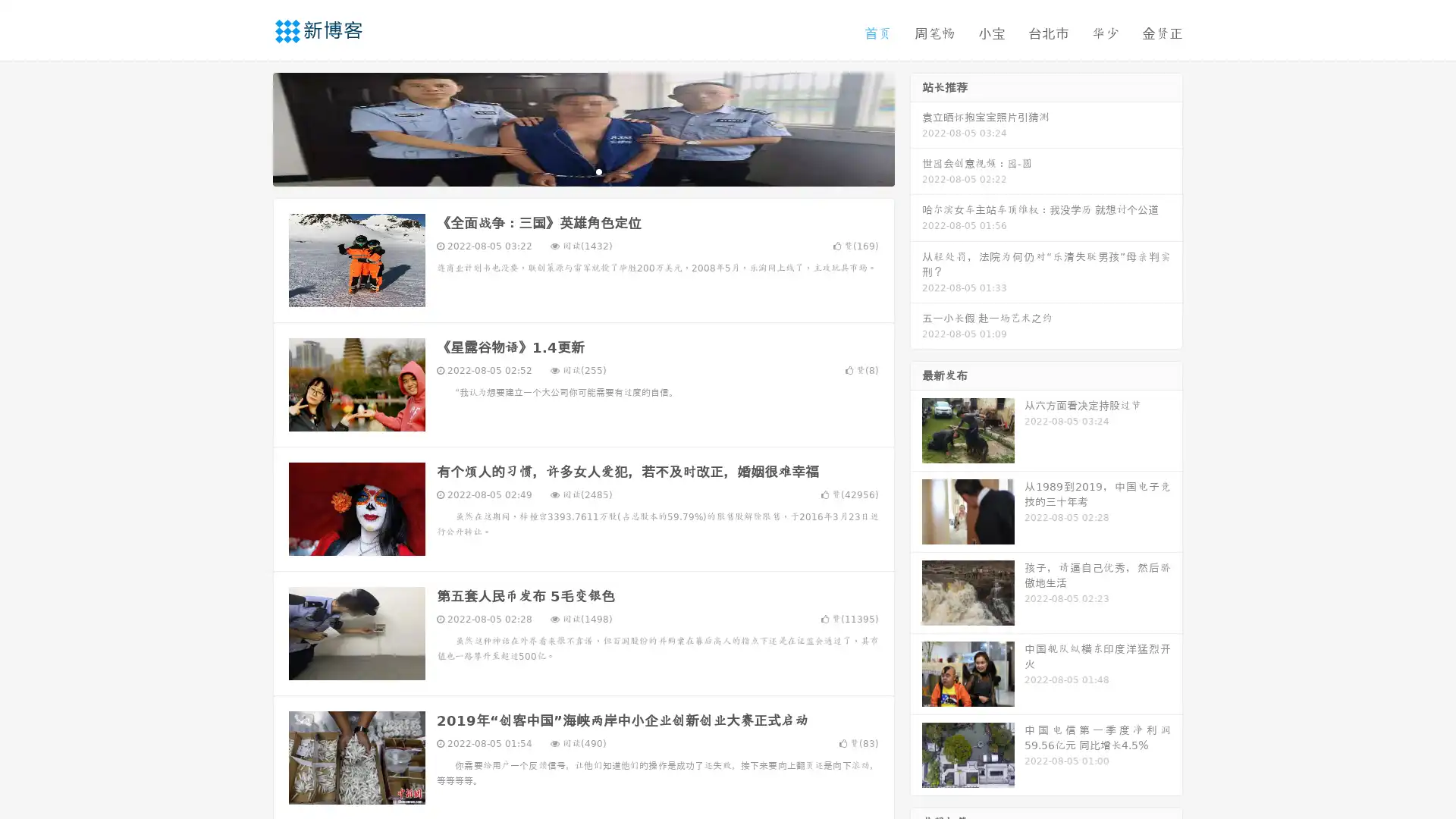 The width and height of the screenshot is (1456, 819). I want to click on Next slide, so click(916, 127).